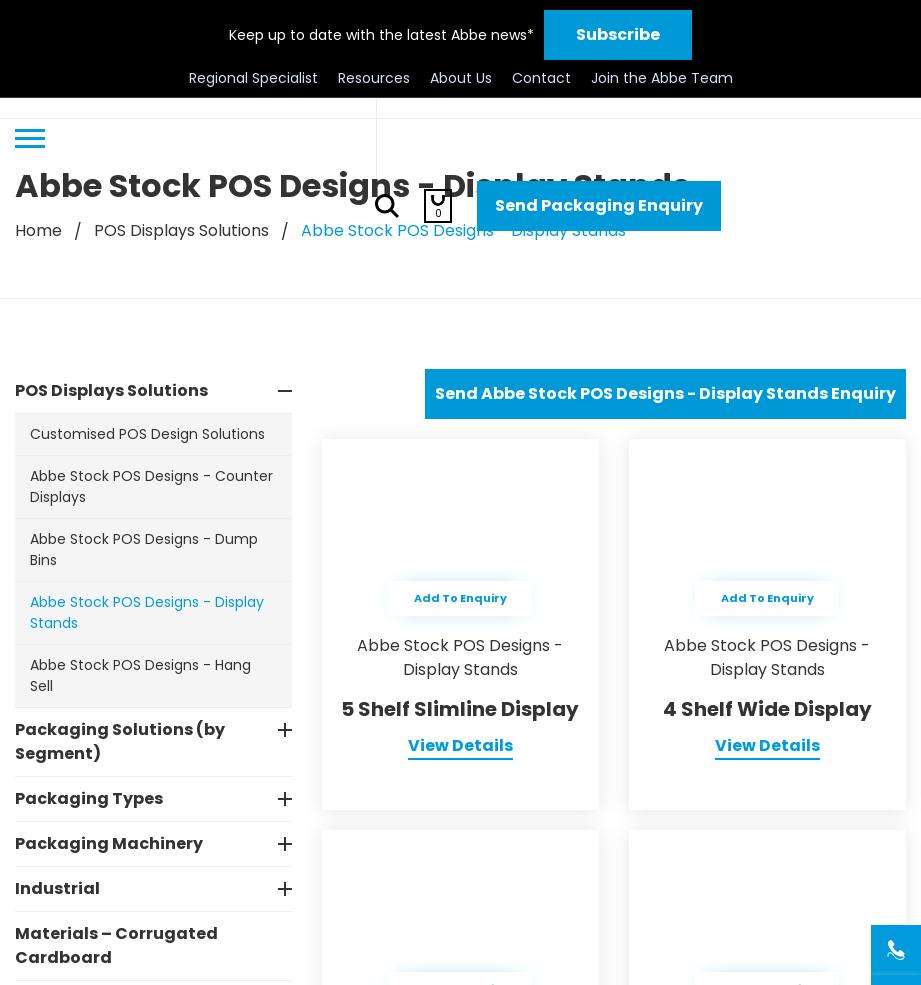 This screenshot has width=921, height=985. I want to click on 'Packaging Solutions (by Segment)', so click(15, 741).